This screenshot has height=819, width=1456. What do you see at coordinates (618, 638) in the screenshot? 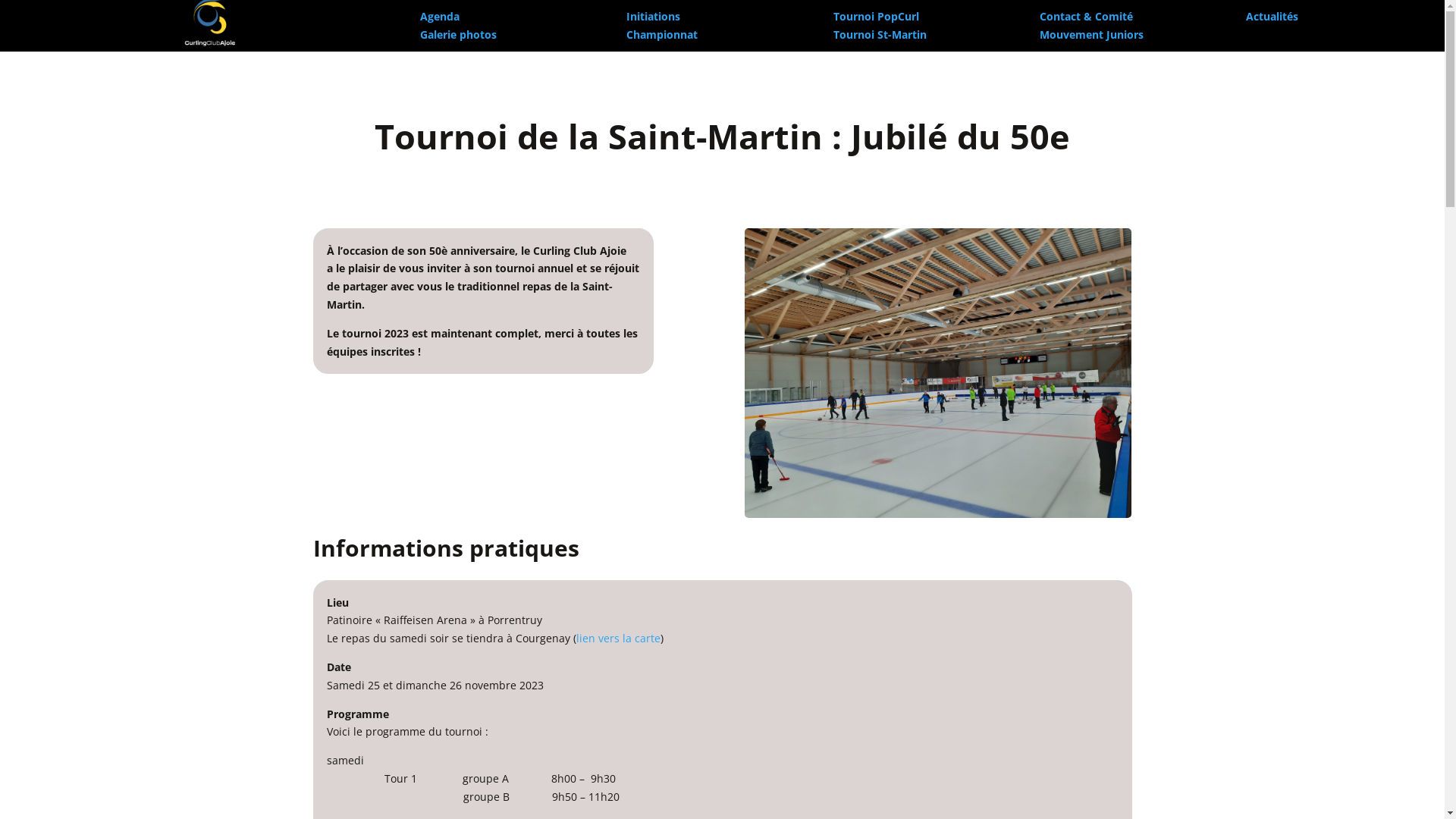
I see `'lien vers la carte'` at bounding box center [618, 638].